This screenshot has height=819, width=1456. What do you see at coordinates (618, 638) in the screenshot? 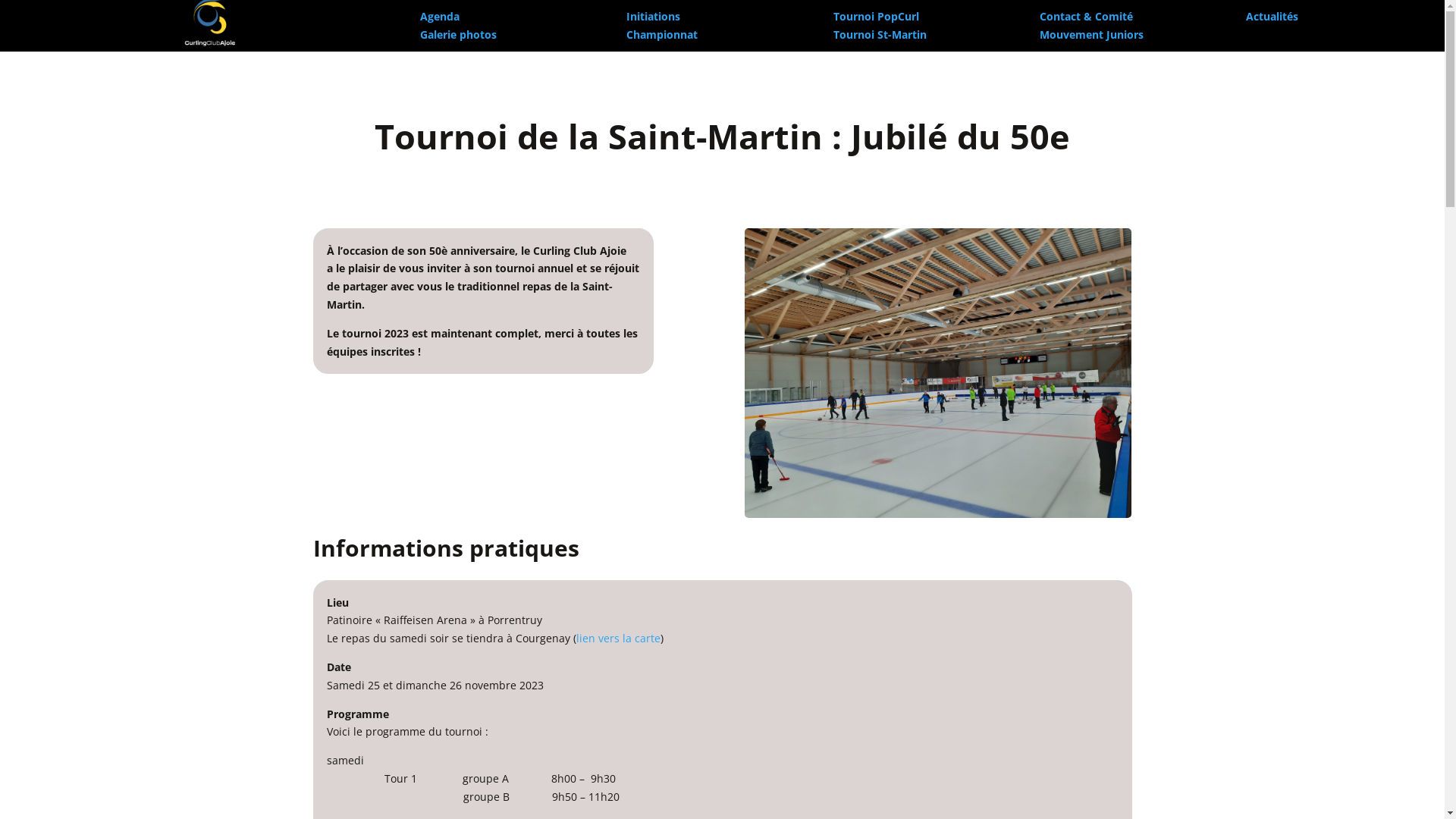
I see `'lien vers la carte'` at bounding box center [618, 638].